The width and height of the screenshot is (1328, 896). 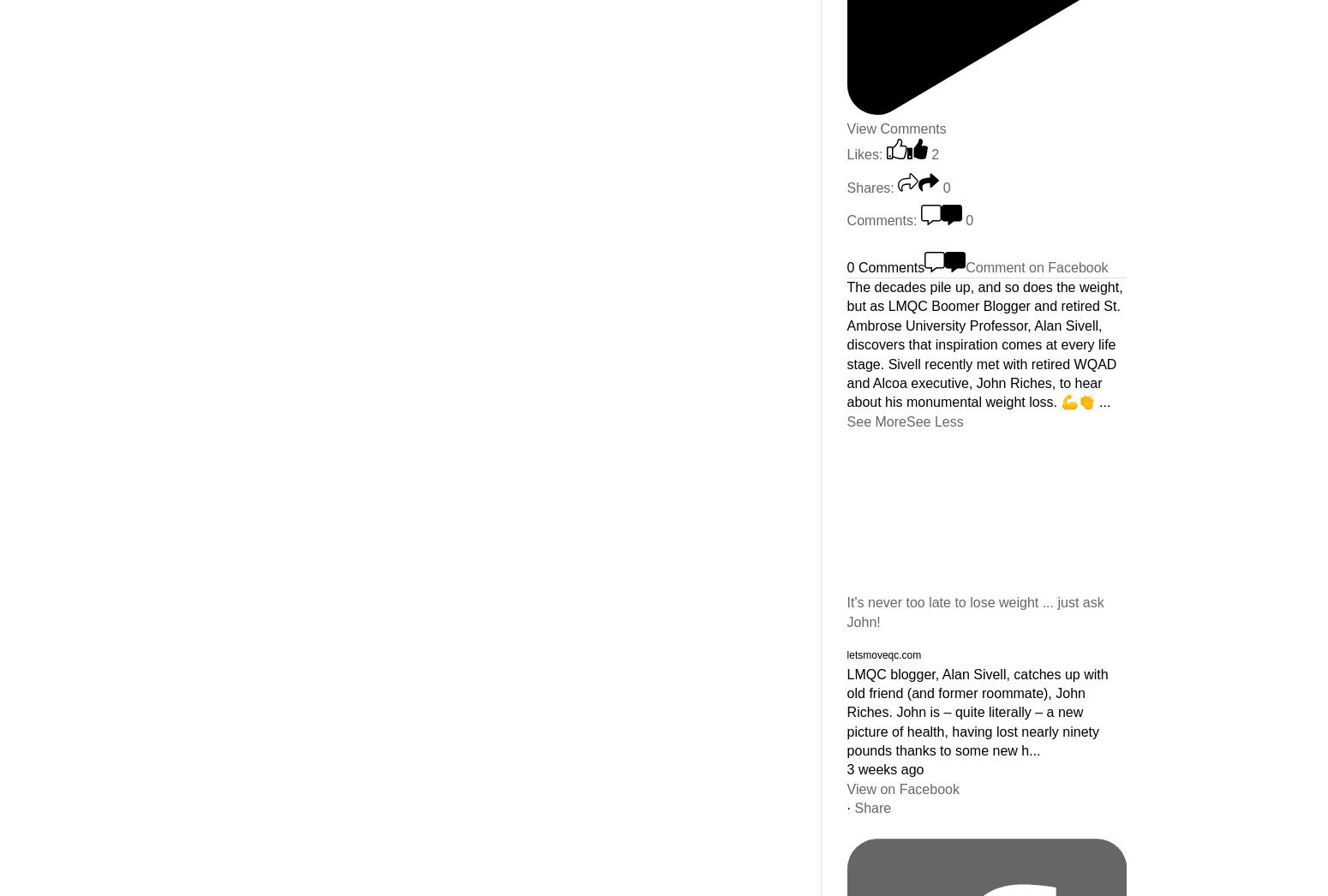 What do you see at coordinates (845, 186) in the screenshot?
I see `'Shares:'` at bounding box center [845, 186].